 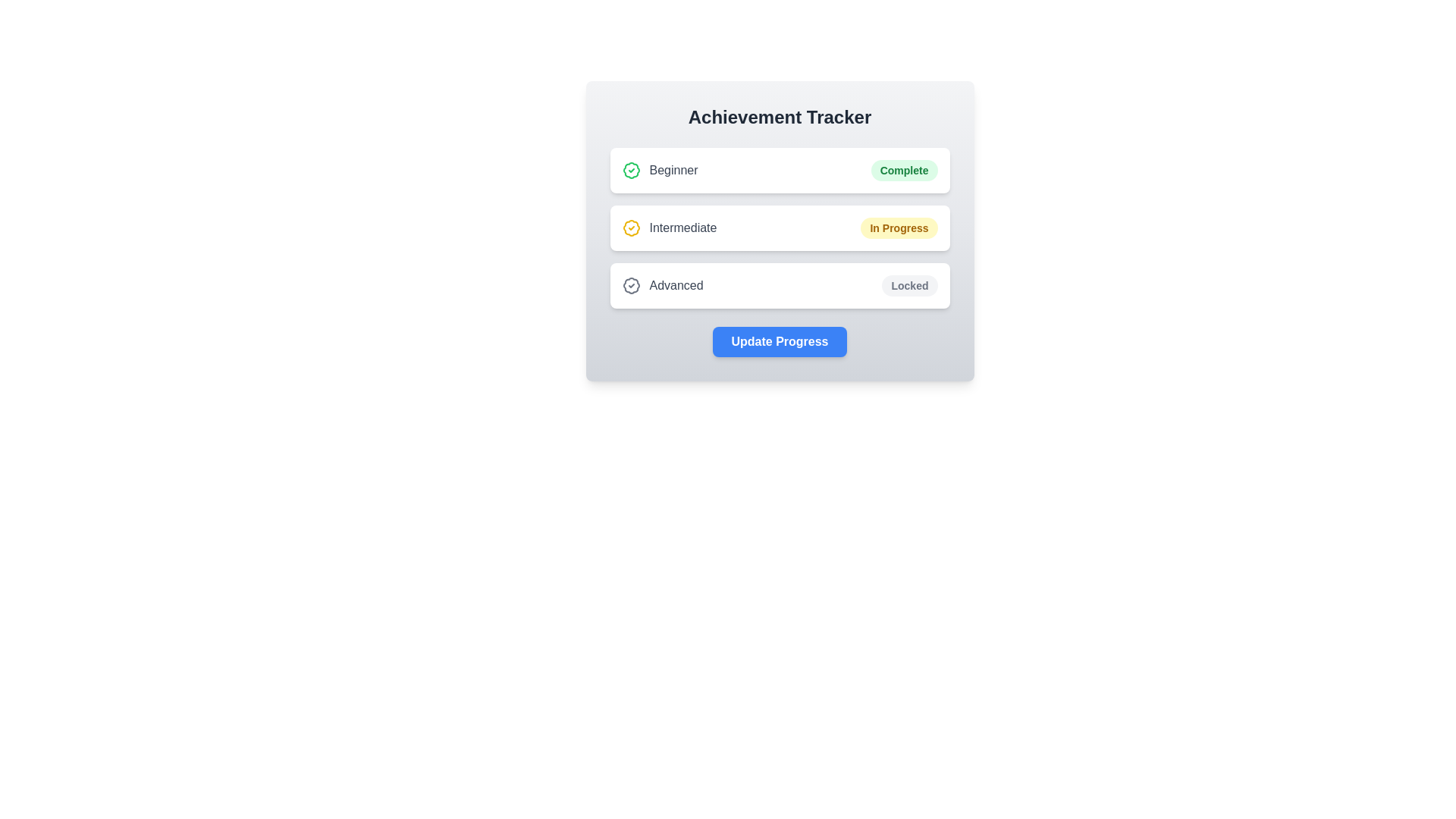 I want to click on the UI element that features a green checkmark icon and the label 'Beginner', located directly under the title 'Achievement Tracker', to highlight it, so click(x=660, y=170).